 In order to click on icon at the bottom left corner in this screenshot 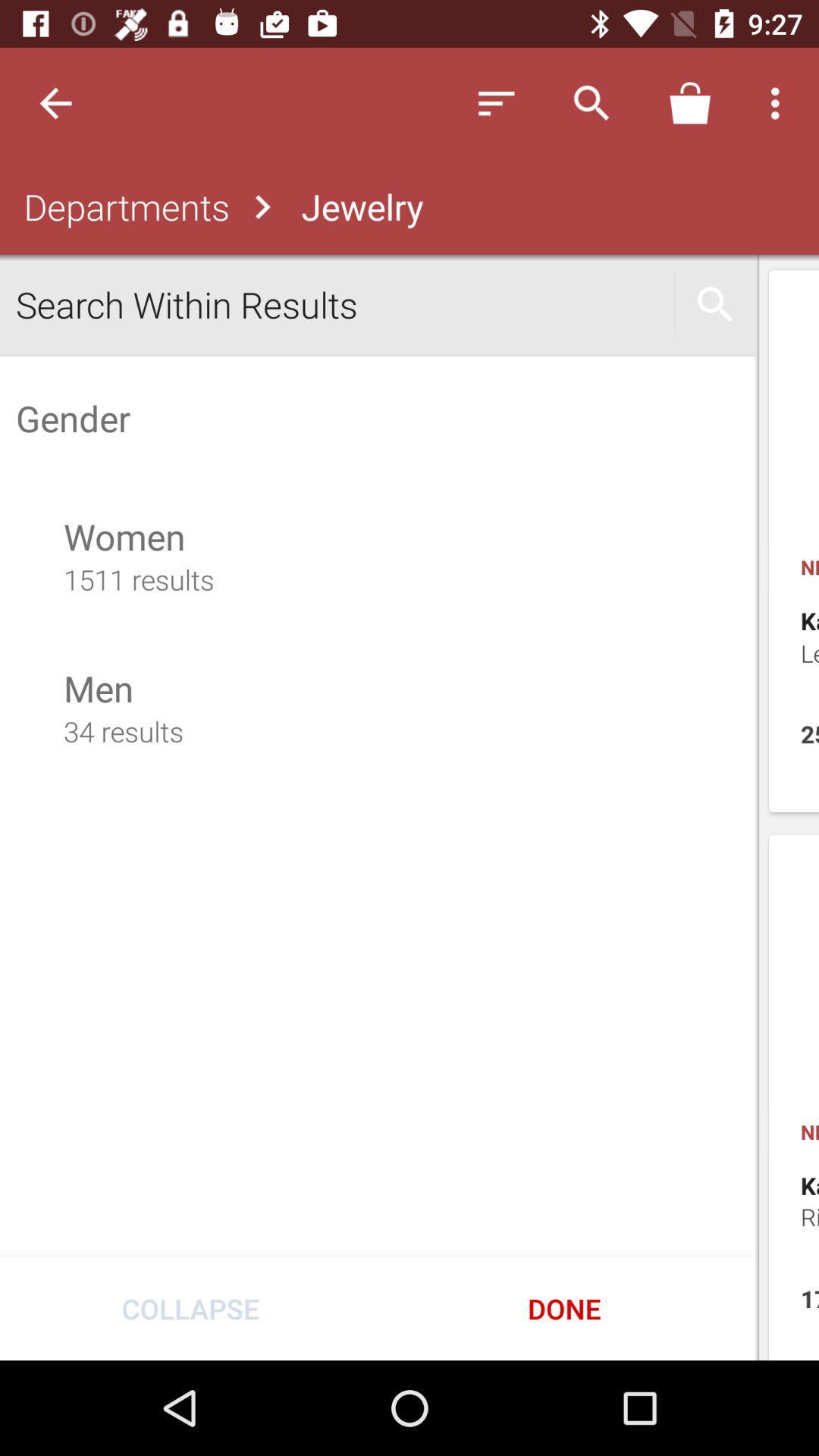, I will do `click(190, 1307)`.